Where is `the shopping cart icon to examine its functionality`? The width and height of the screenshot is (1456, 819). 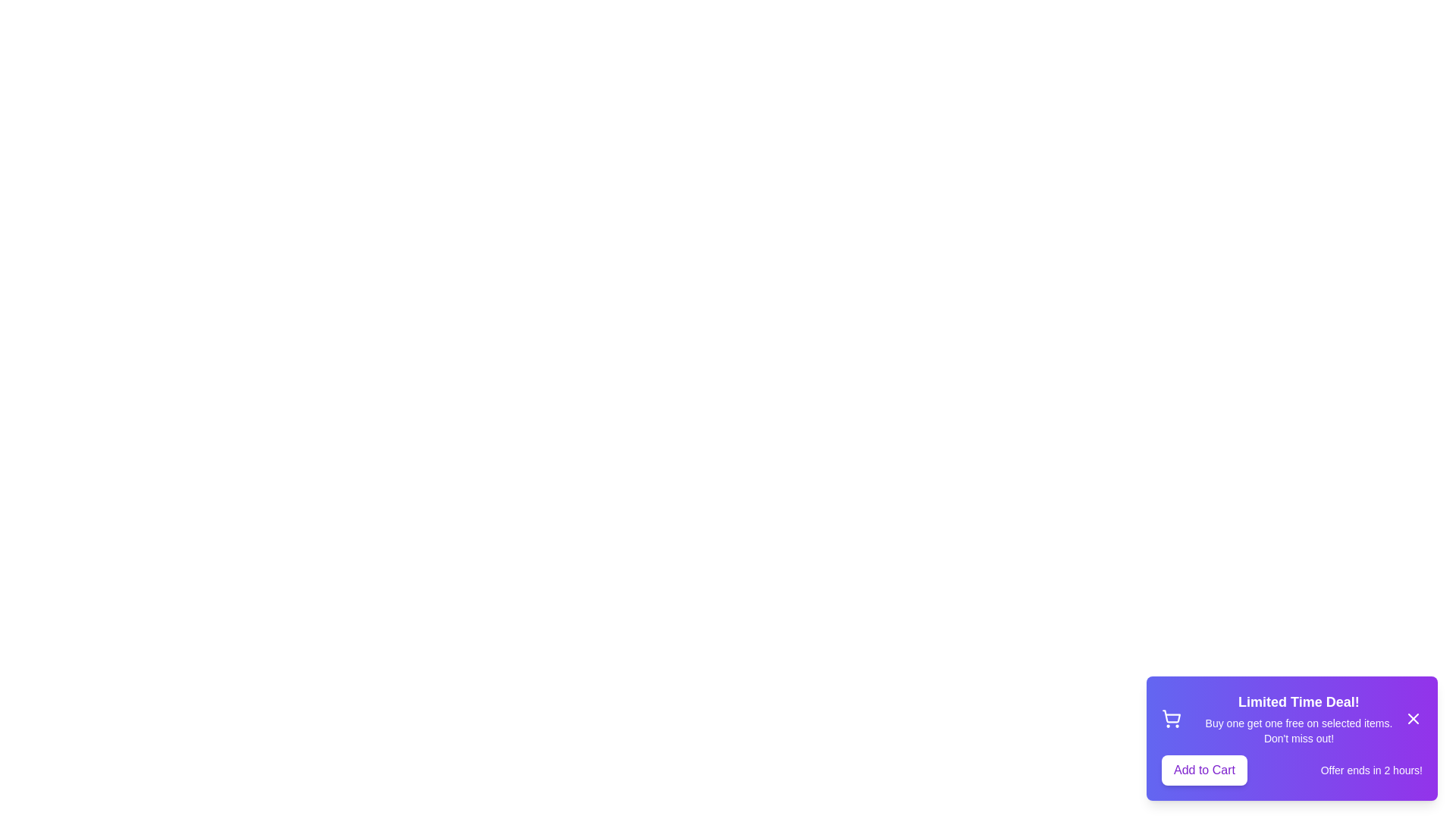 the shopping cart icon to examine its functionality is located at coordinates (1171, 718).